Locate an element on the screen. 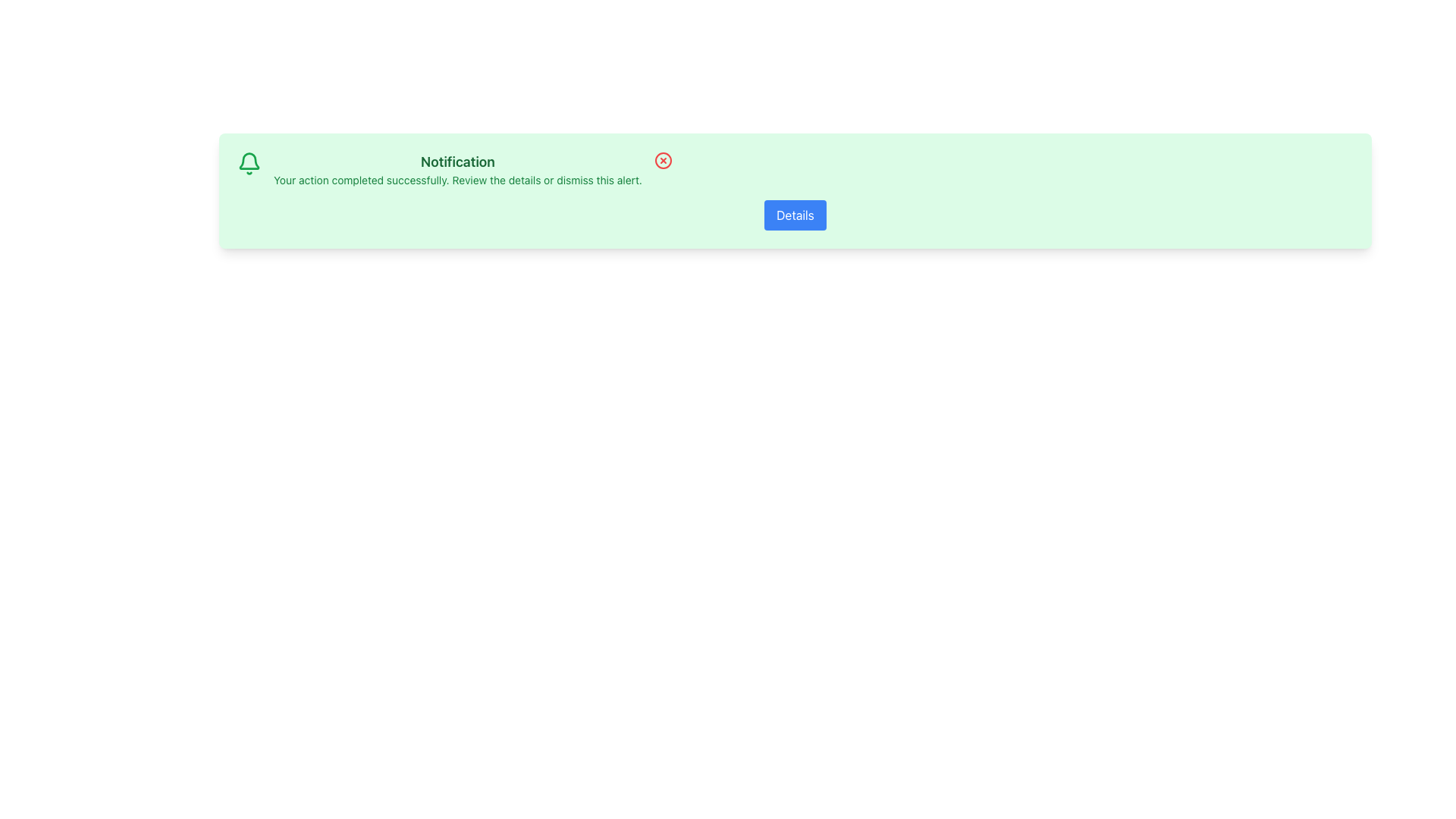 This screenshot has width=1456, height=819. text snippet confirming the successful action, which is displayed in green font beneath the 'Notification' title is located at coordinates (457, 180).